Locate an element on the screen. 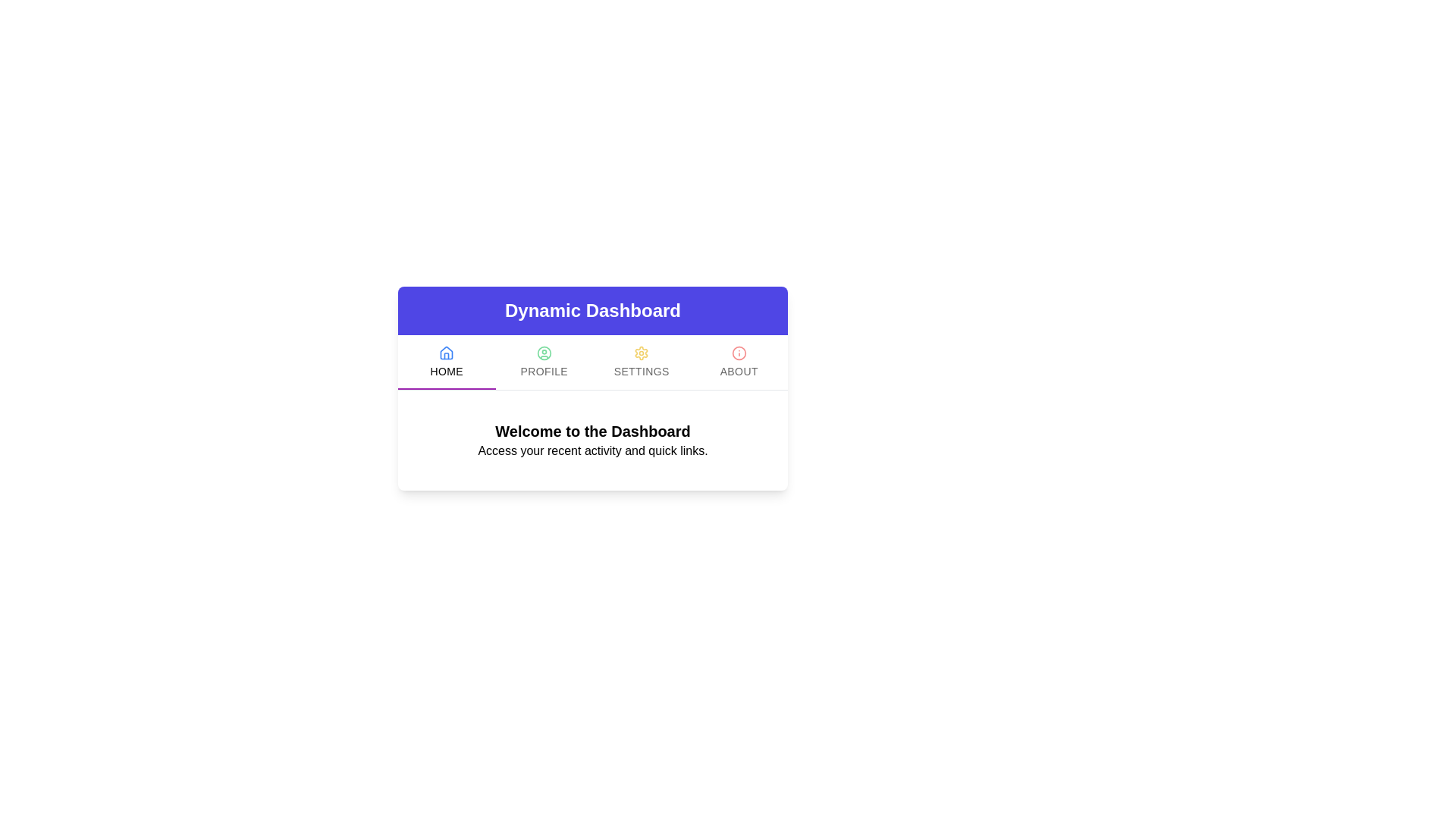  the circular graphical component with a red fill located inside the 'ABOUT' tab in the navigation menu, which represents an informational or warning sign is located at coordinates (739, 353).